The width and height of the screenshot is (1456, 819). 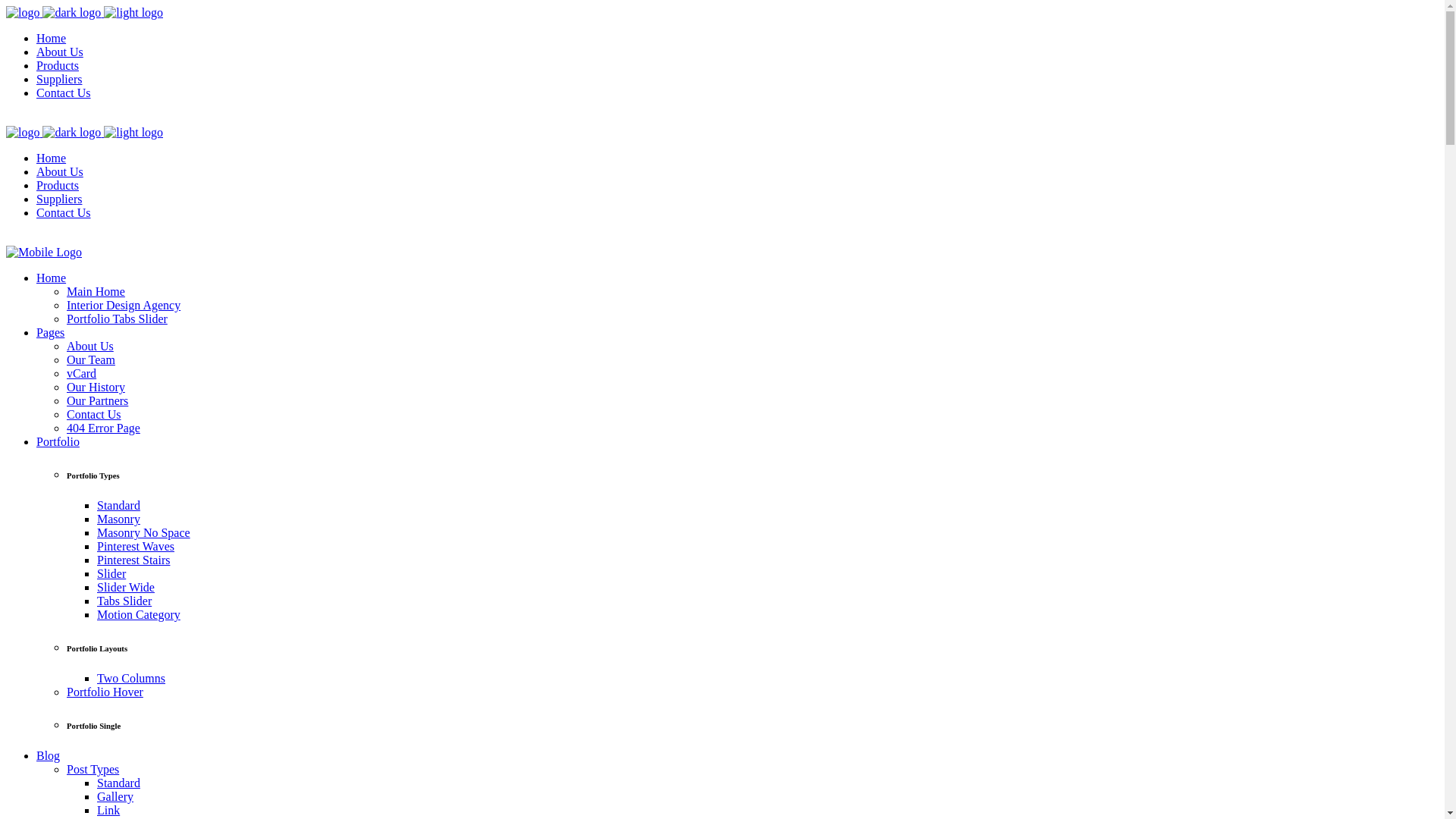 I want to click on 'Tabs Slider', so click(x=124, y=600).